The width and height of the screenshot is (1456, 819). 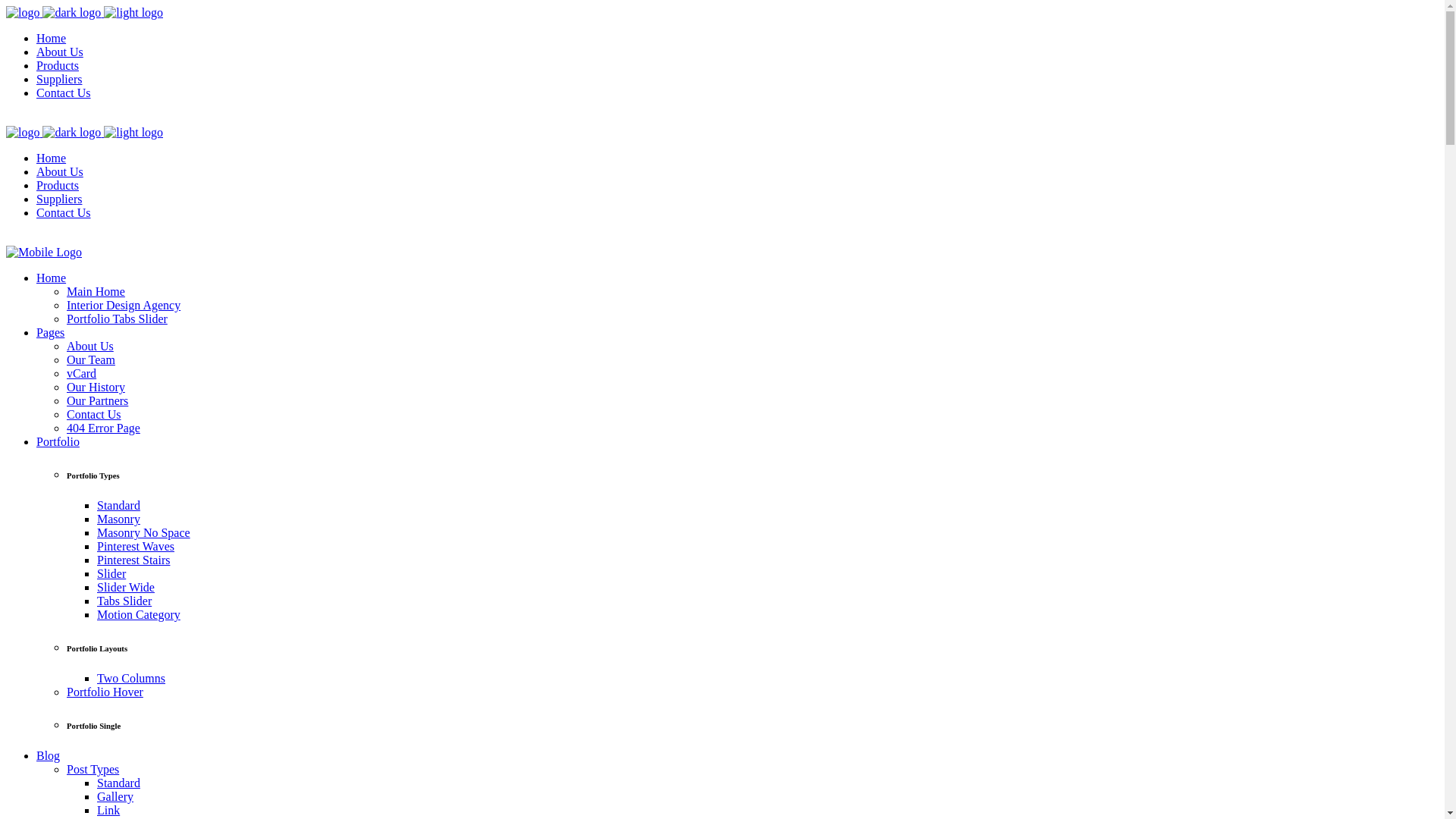 I want to click on 'Tabs Slider', so click(x=124, y=600).